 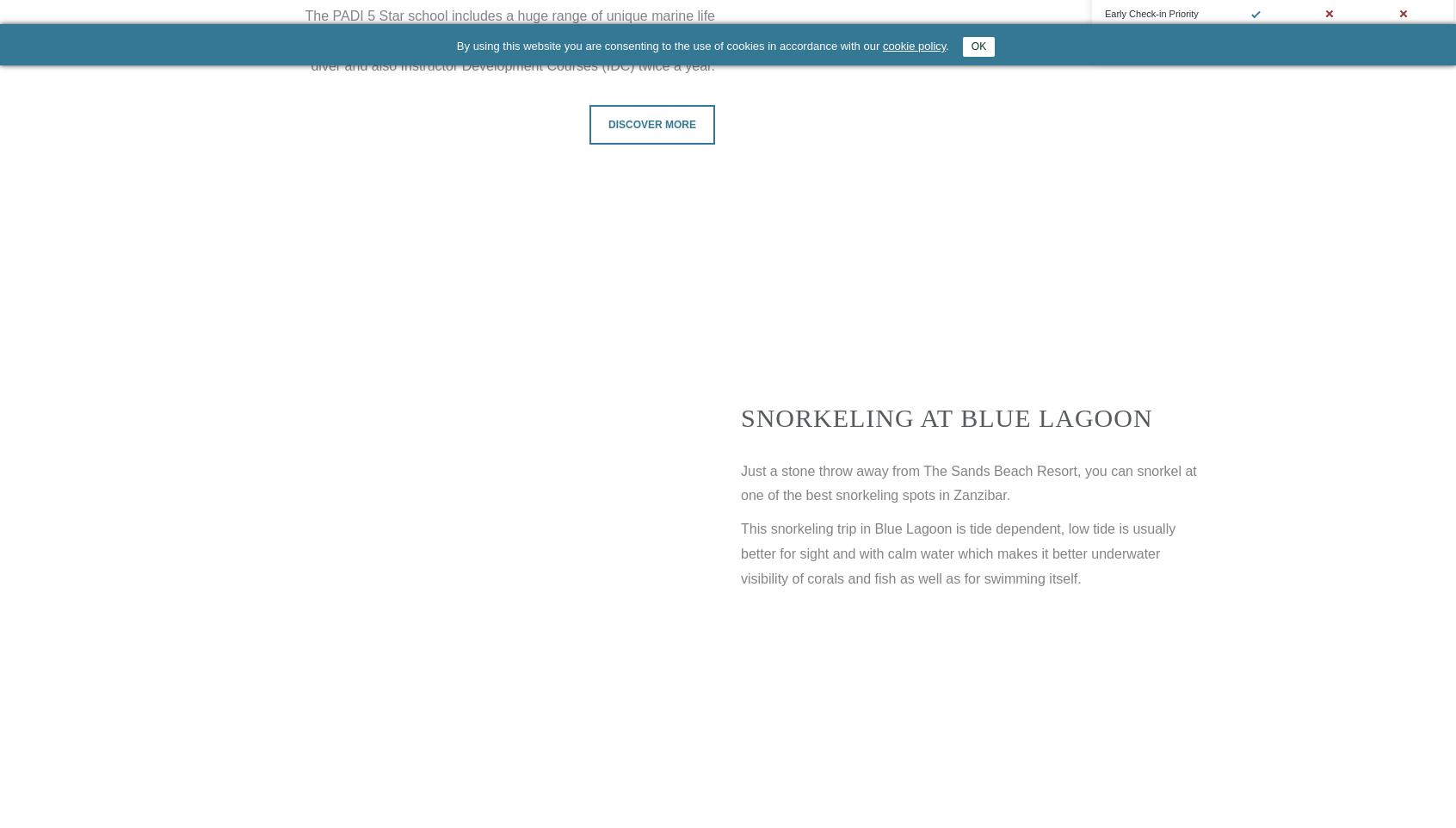 What do you see at coordinates (881, 46) in the screenshot?
I see `'cookie policy'` at bounding box center [881, 46].